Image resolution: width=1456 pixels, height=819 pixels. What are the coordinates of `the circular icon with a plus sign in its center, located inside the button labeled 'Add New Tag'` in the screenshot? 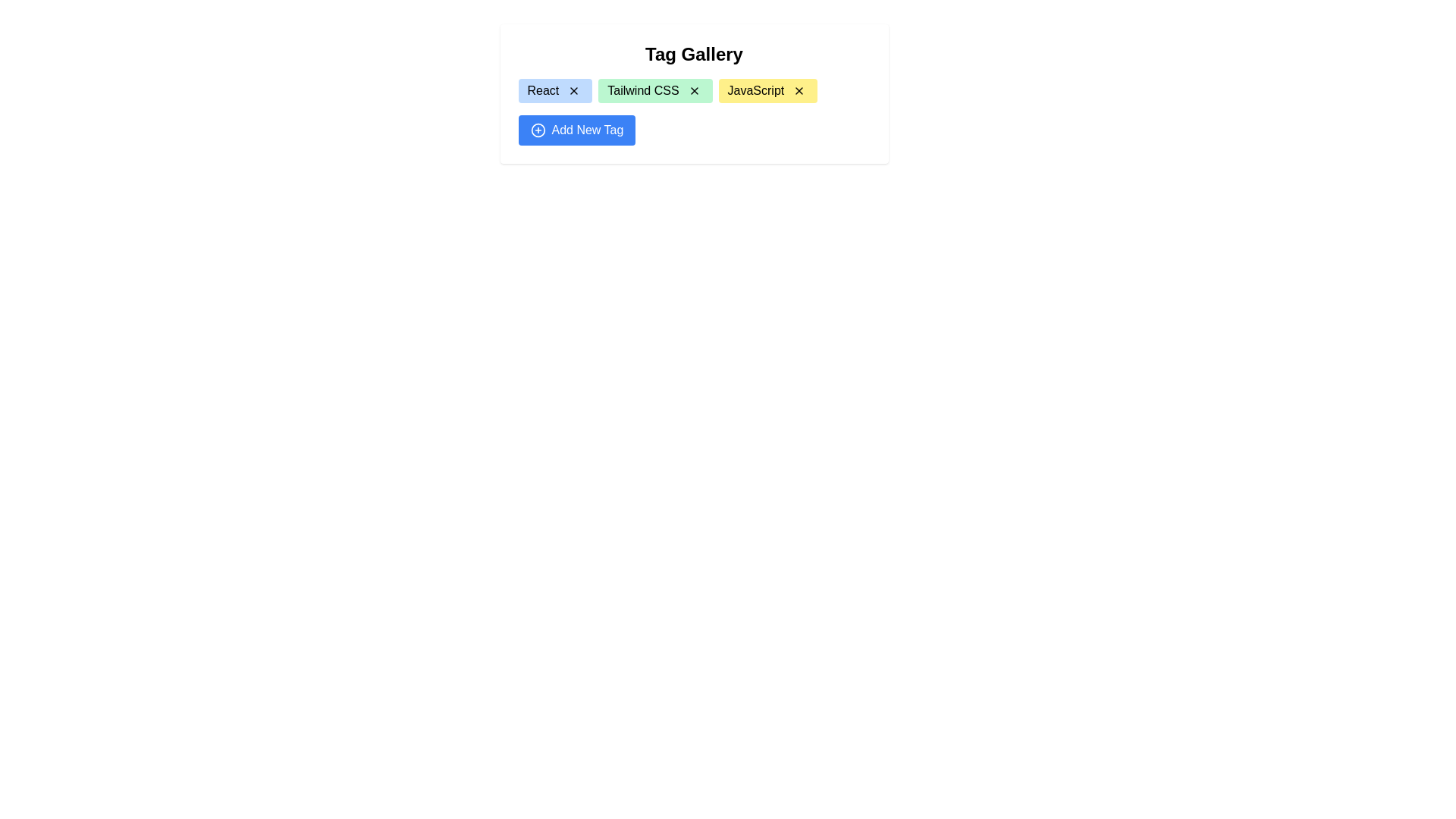 It's located at (538, 130).